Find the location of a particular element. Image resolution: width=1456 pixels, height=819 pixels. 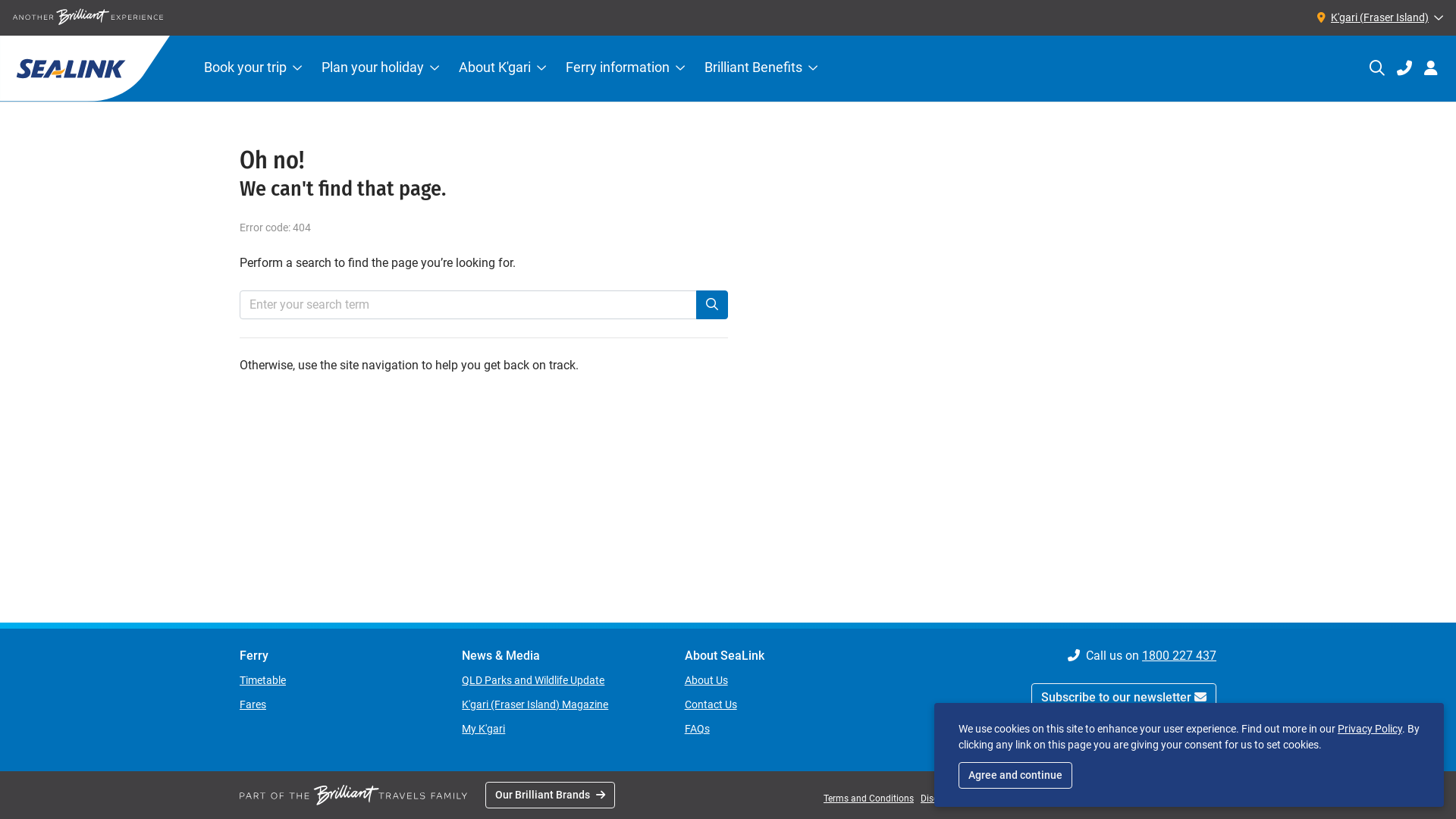

'Subscribe to our newsletter' is located at coordinates (1124, 698).